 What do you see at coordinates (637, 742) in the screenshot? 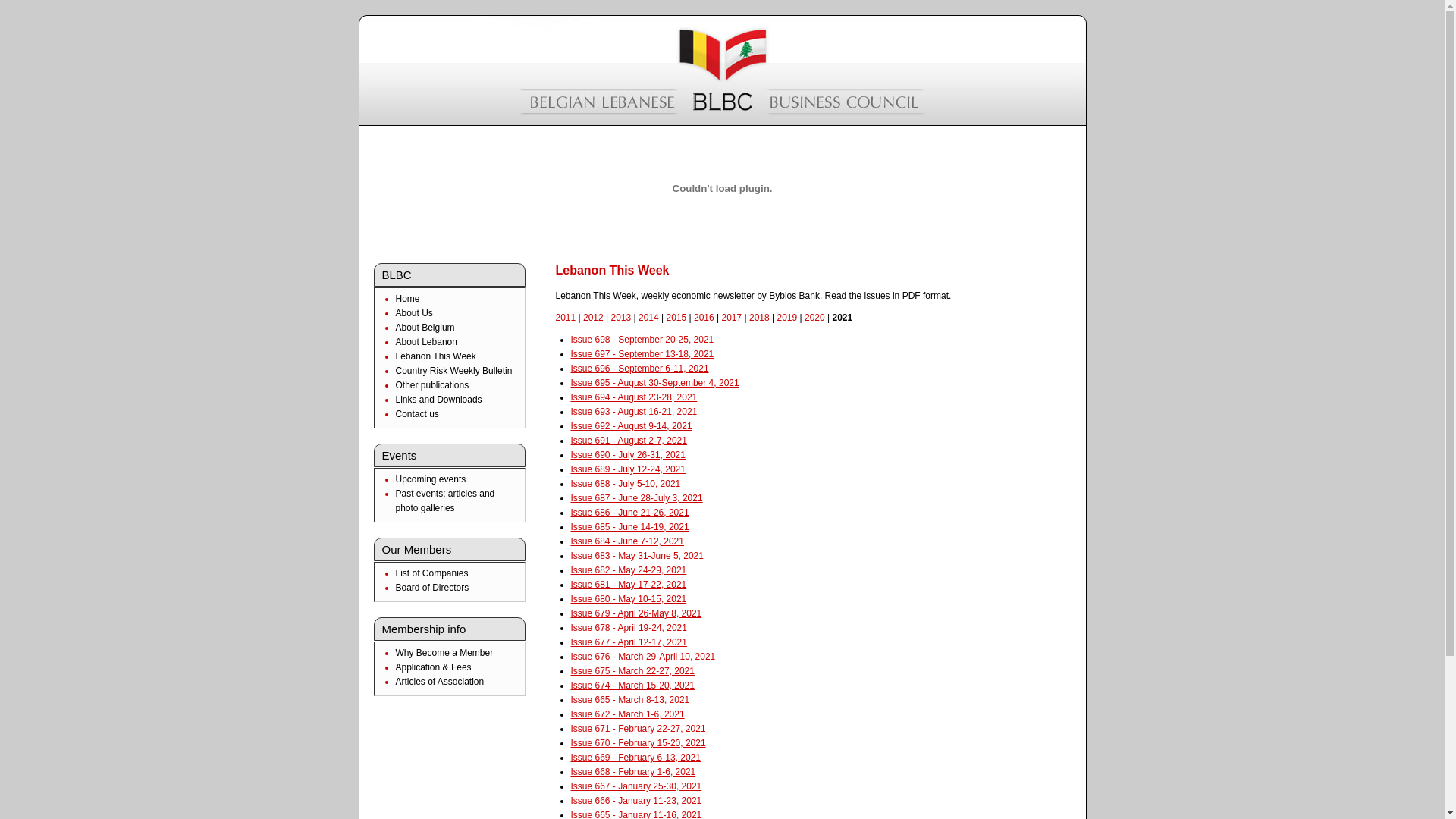
I see `'Issue 670 - February 15-20, 2021'` at bounding box center [637, 742].